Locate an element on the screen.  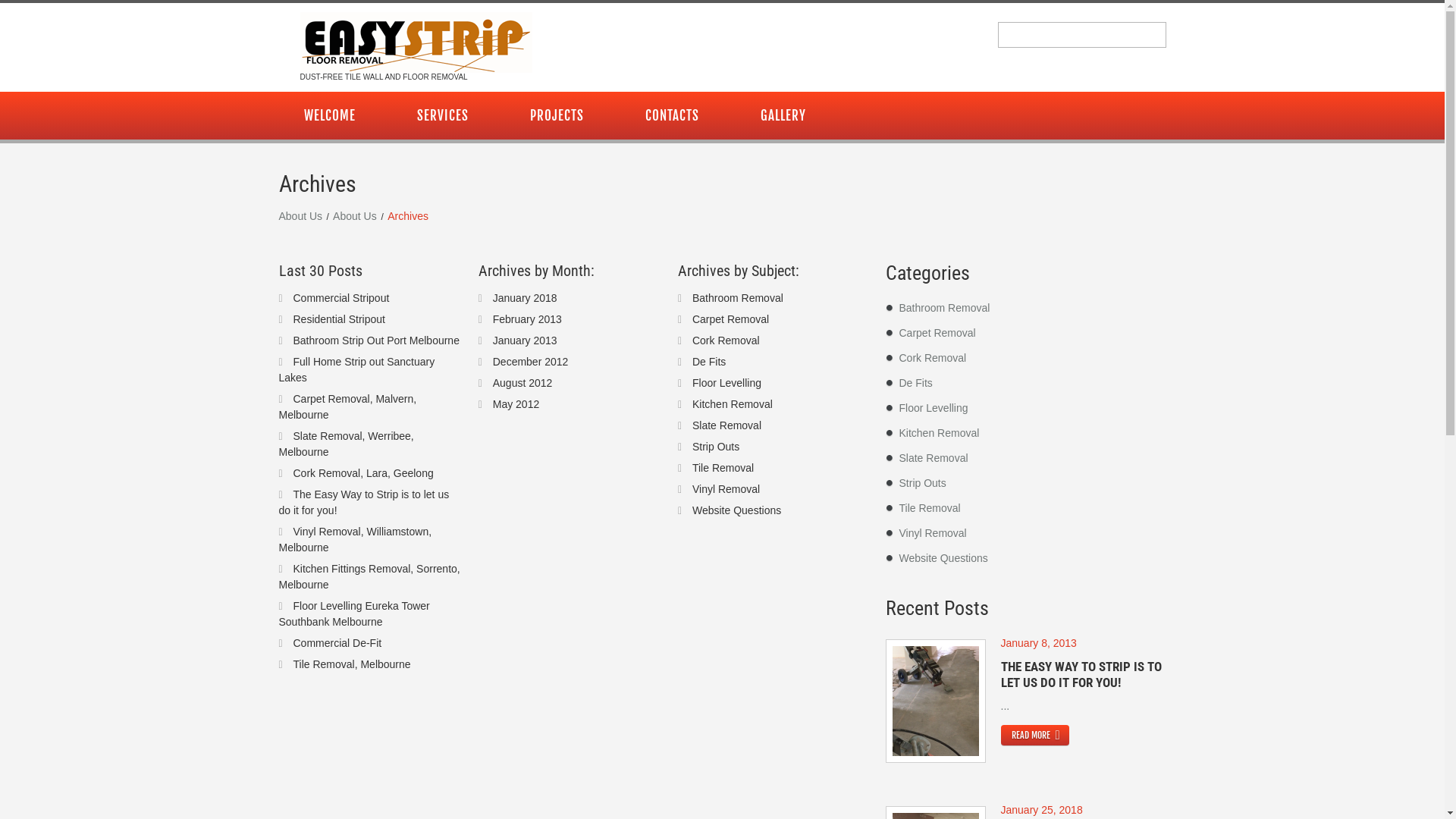
'PROJECTS' is located at coordinates (556, 115).